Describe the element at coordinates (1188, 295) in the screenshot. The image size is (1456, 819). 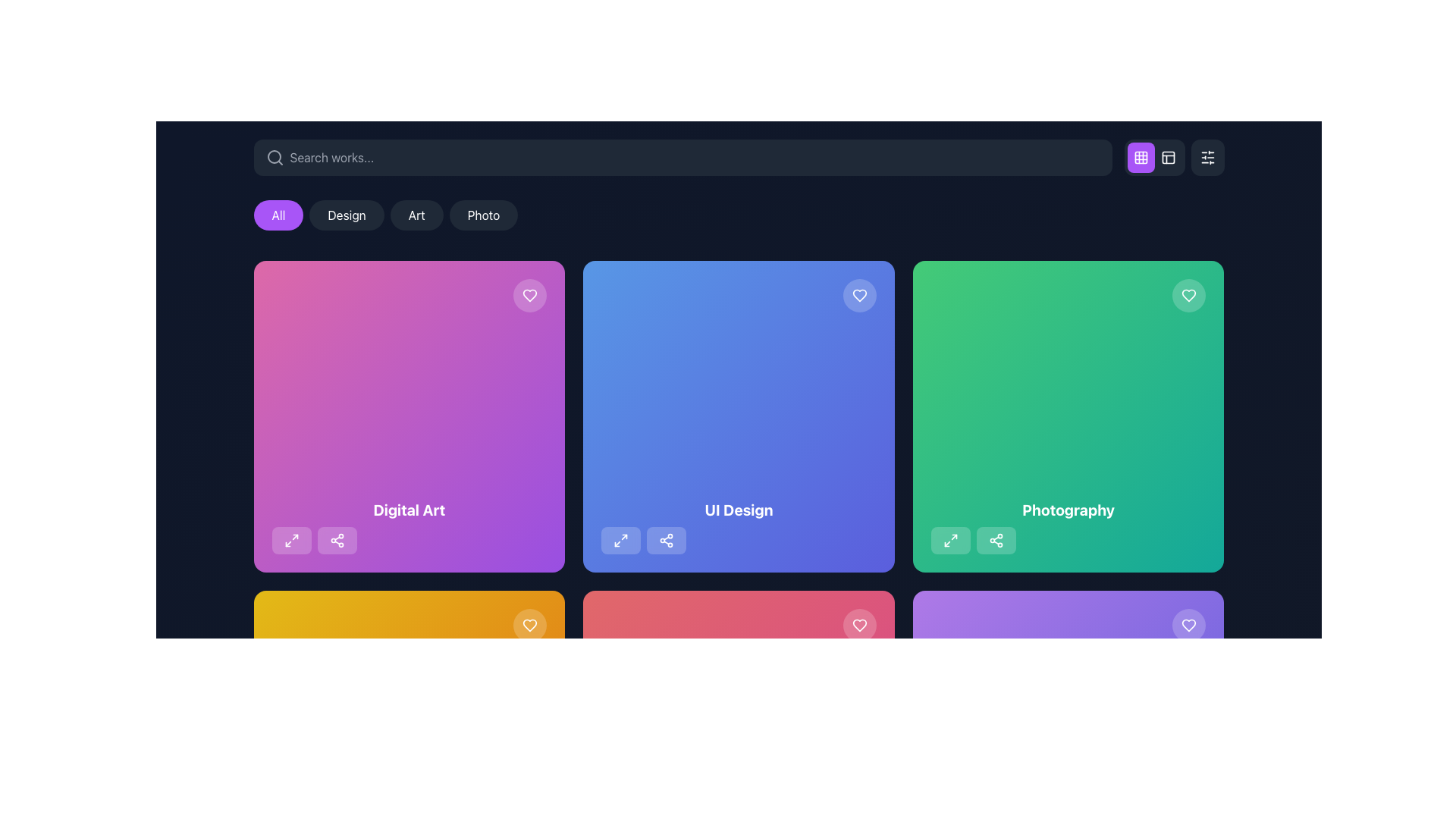
I see `the heart-shaped icon with a hollow center located in the upper-right corner of the green 'Photography' card` at that location.